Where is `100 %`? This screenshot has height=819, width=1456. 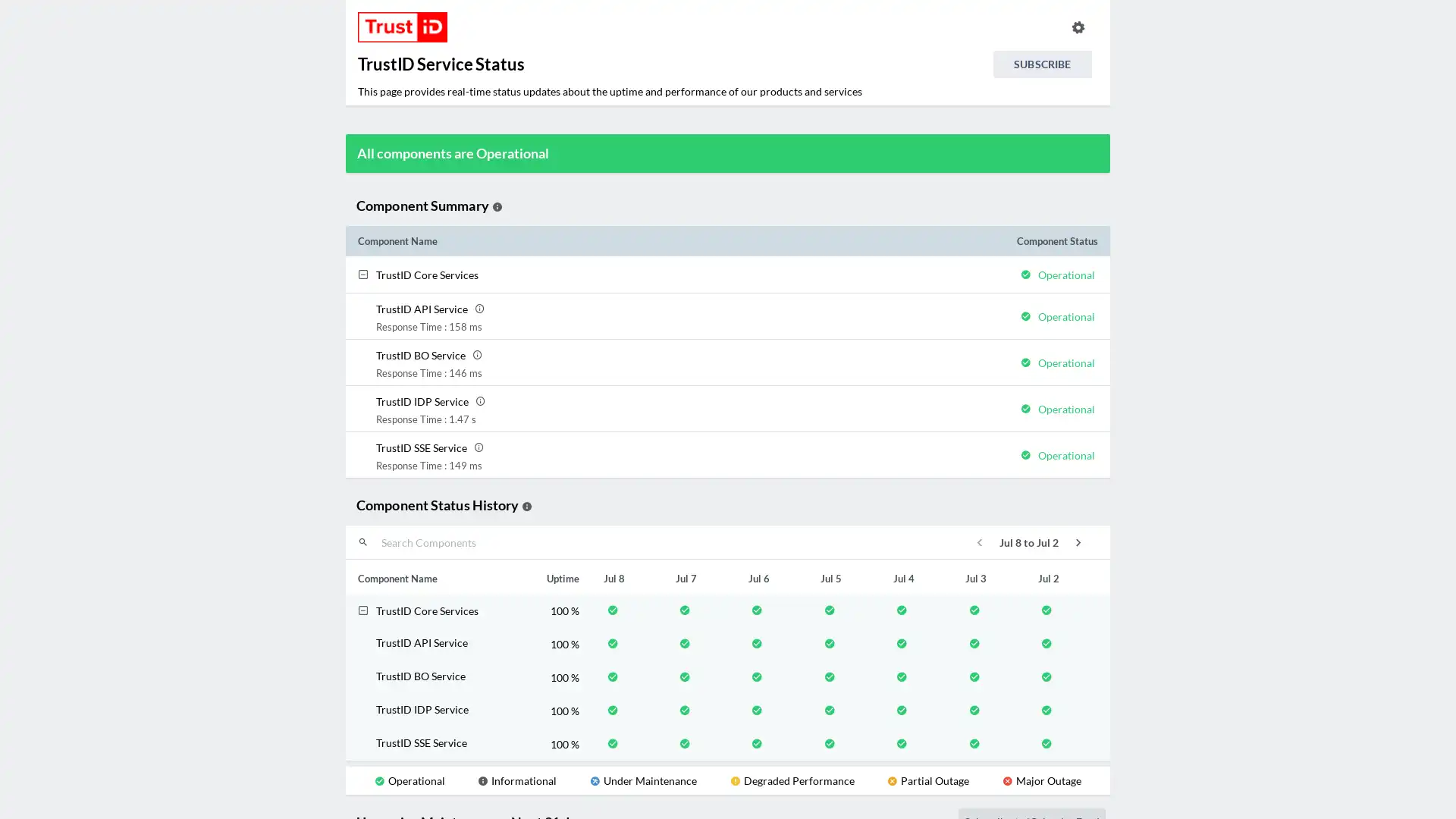
100 % is located at coordinates (563, 643).